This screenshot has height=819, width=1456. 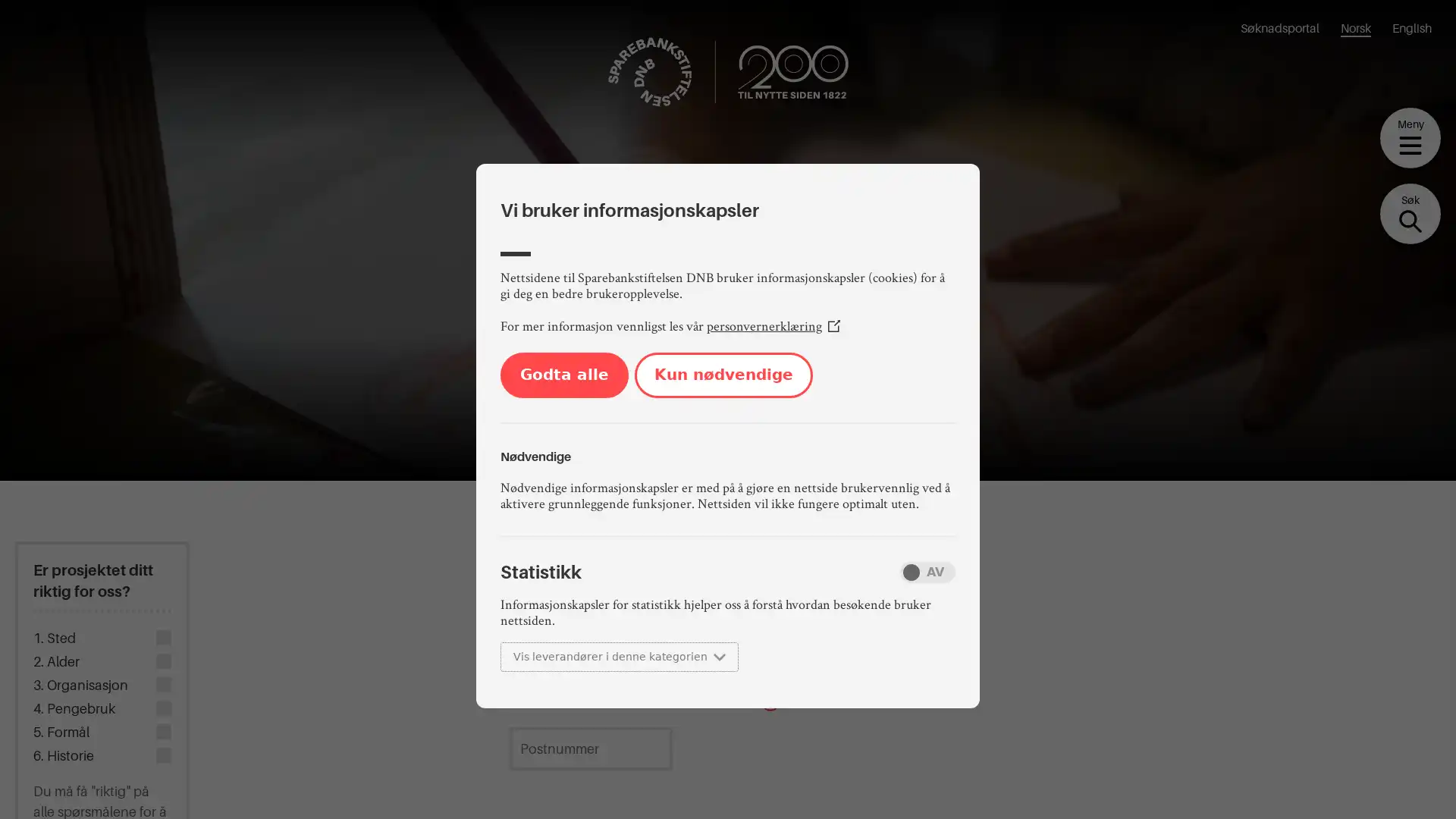 What do you see at coordinates (723, 375) in the screenshot?
I see `Kun ndvendige` at bounding box center [723, 375].